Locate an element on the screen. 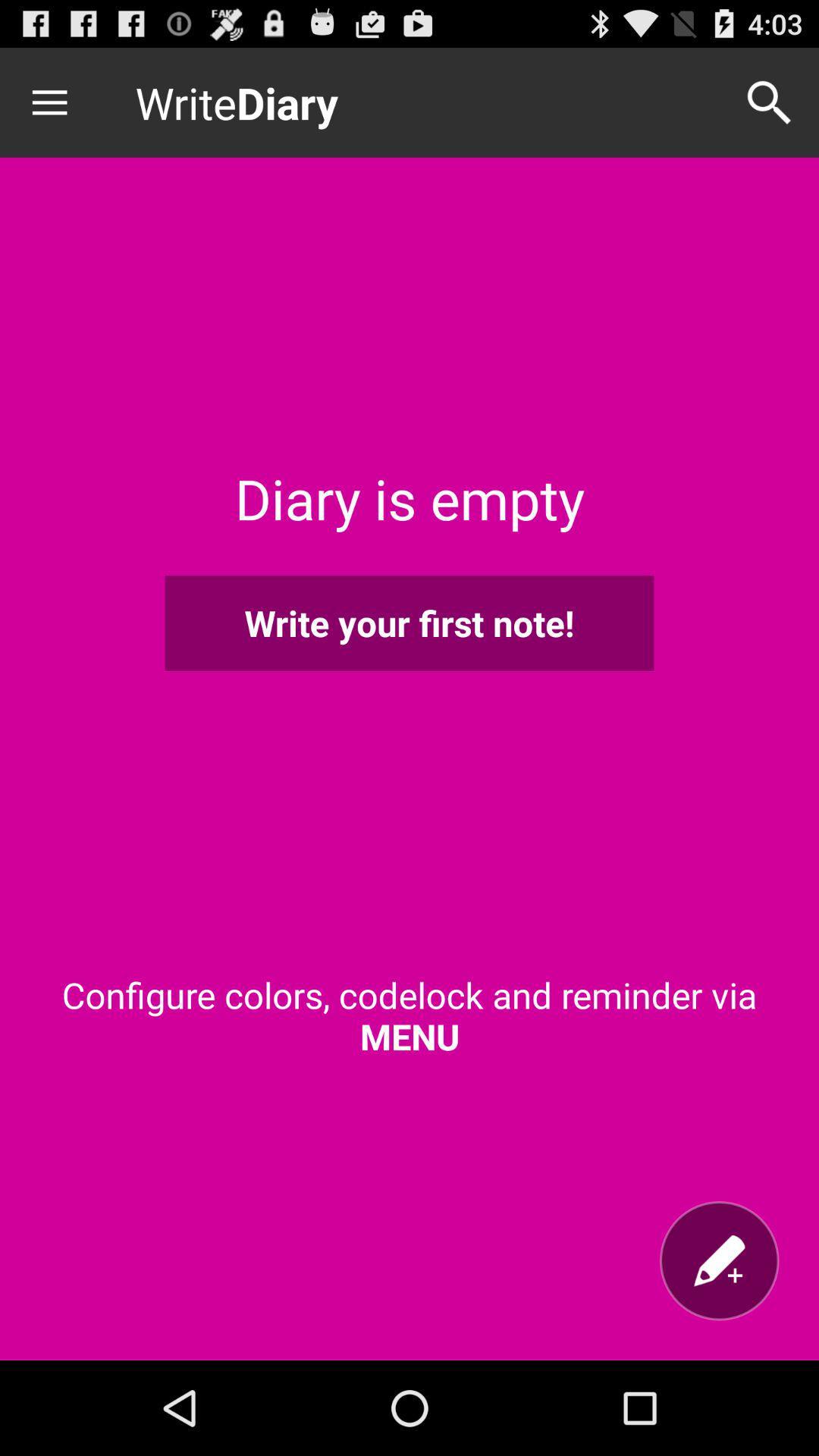  icon at the bottom right corner is located at coordinates (718, 1260).